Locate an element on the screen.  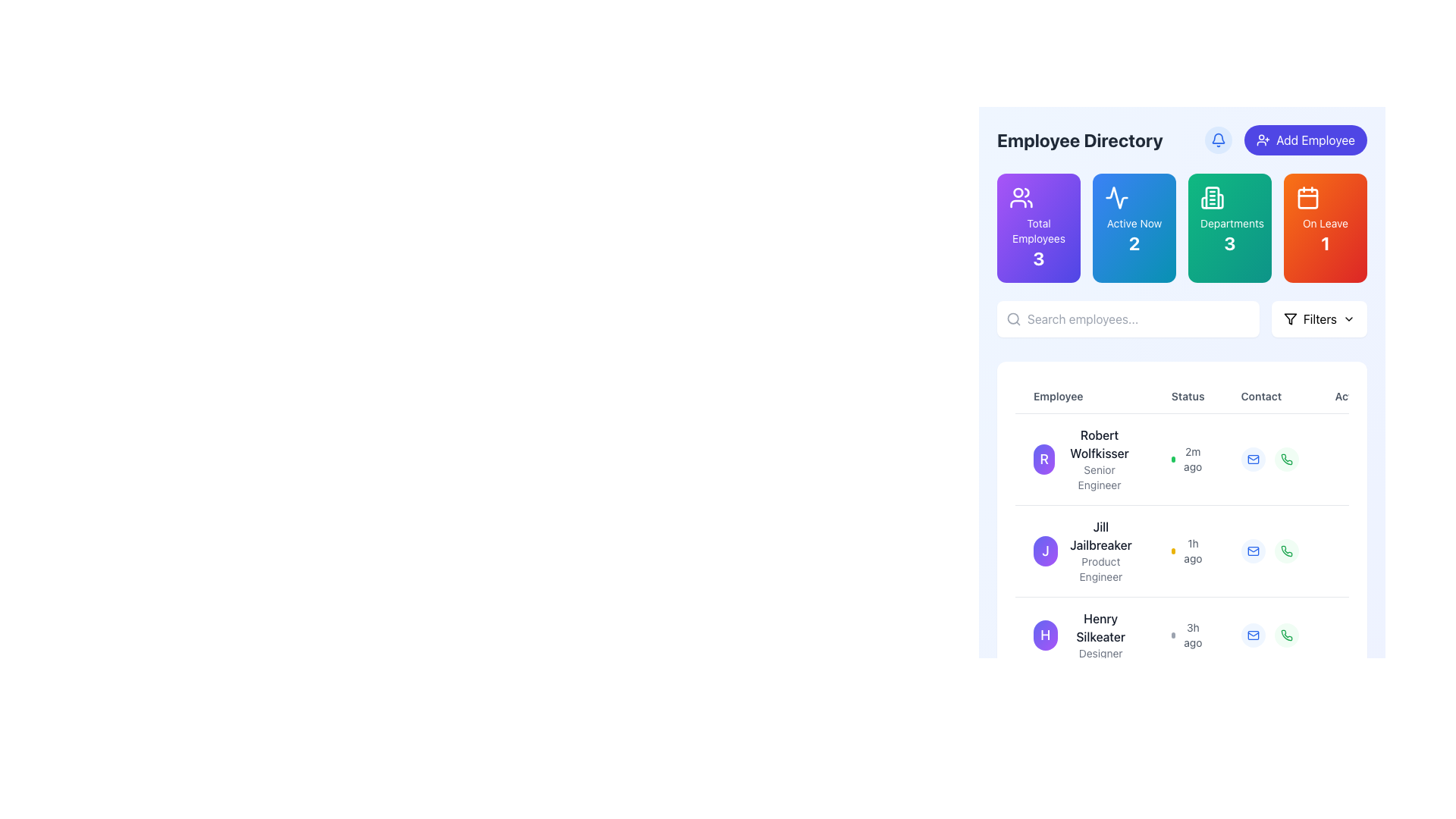
the Text label indicating the total number of employees located in the bottom section of the purple tile labeled 'Total Employees' is located at coordinates (1037, 257).